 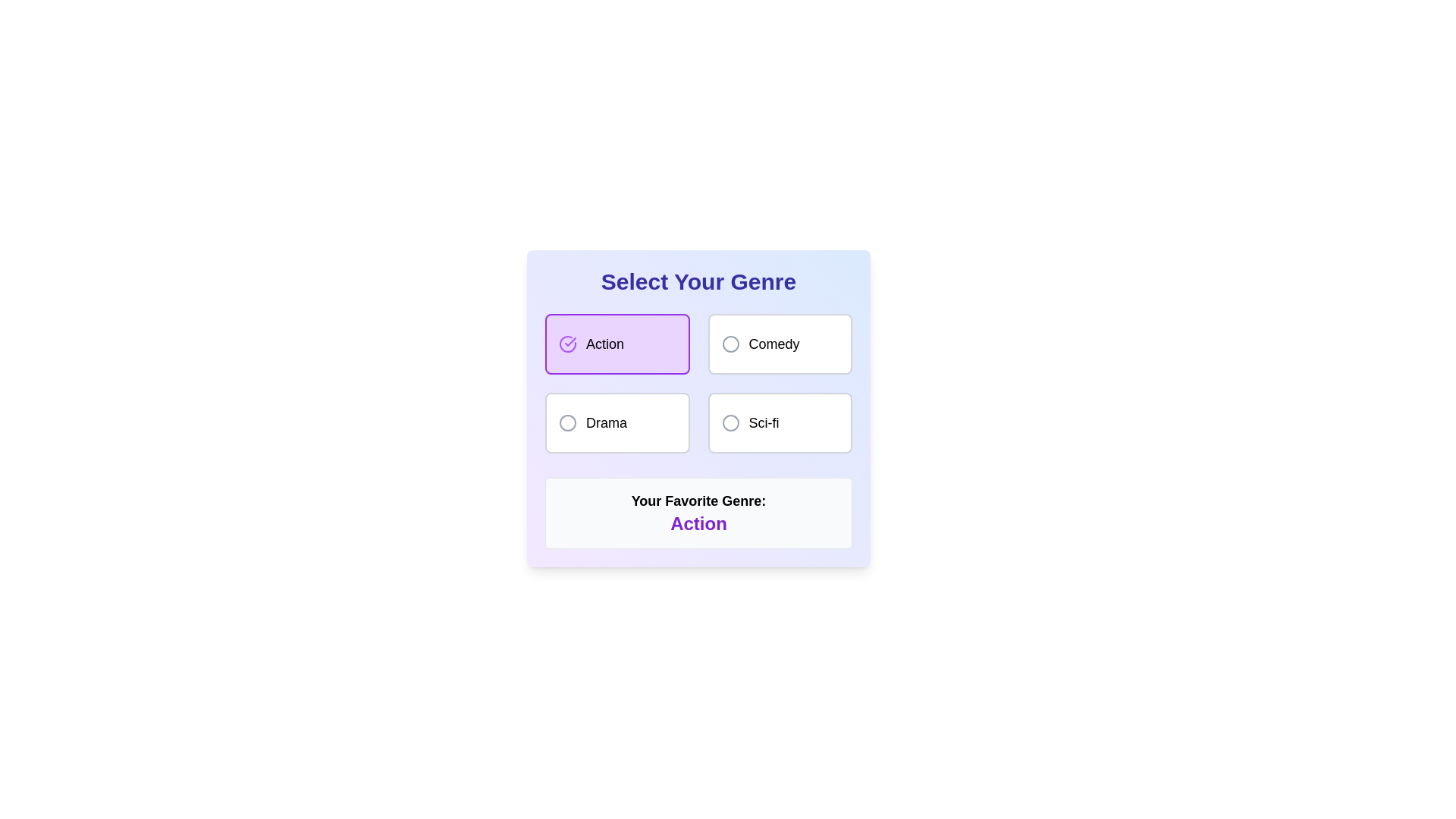 What do you see at coordinates (570, 342) in the screenshot?
I see `the checkmark SVG graphic icon indicating the selection of the 'Action' genre` at bounding box center [570, 342].